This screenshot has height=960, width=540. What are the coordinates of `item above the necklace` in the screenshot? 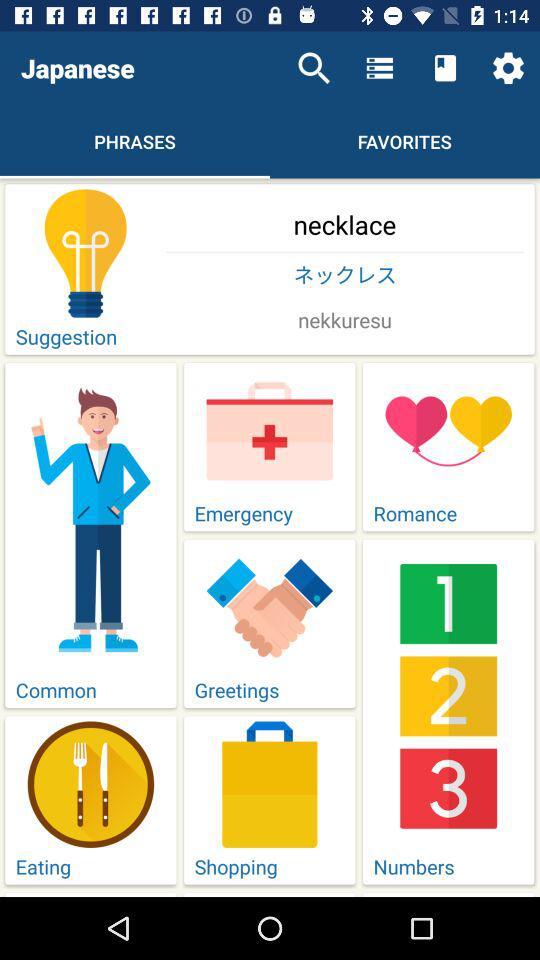 It's located at (508, 68).